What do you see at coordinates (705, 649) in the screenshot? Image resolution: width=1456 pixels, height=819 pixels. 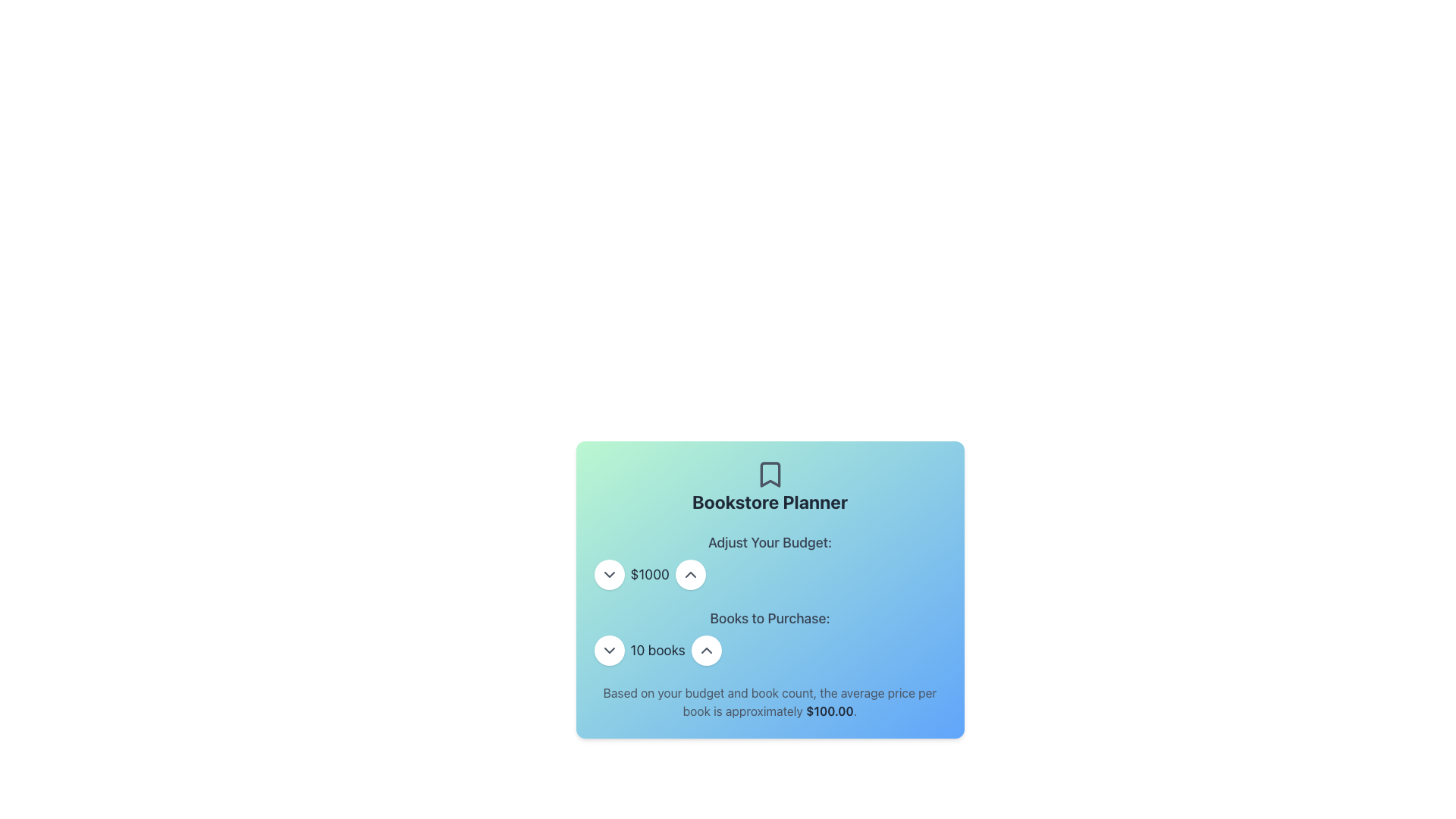 I see `the increment button located in the bottom section of the card interface under 'Books to Purchase', which is positioned directly to the right of the '10 books' text` at bounding box center [705, 649].